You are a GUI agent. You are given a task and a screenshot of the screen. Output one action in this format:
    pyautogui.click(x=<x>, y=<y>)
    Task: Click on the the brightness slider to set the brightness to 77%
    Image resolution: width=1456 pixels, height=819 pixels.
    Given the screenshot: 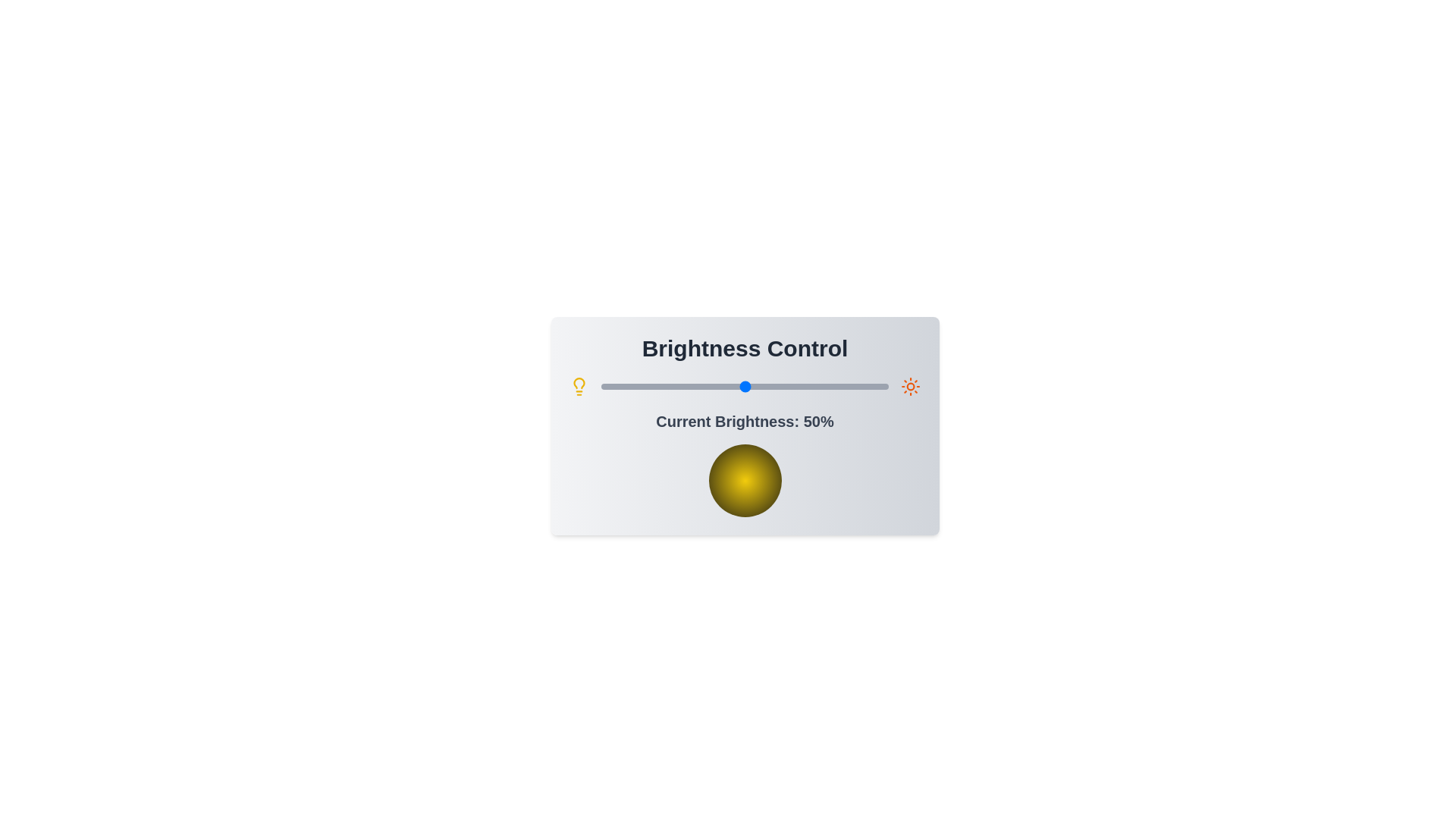 What is the action you would take?
    pyautogui.click(x=821, y=385)
    